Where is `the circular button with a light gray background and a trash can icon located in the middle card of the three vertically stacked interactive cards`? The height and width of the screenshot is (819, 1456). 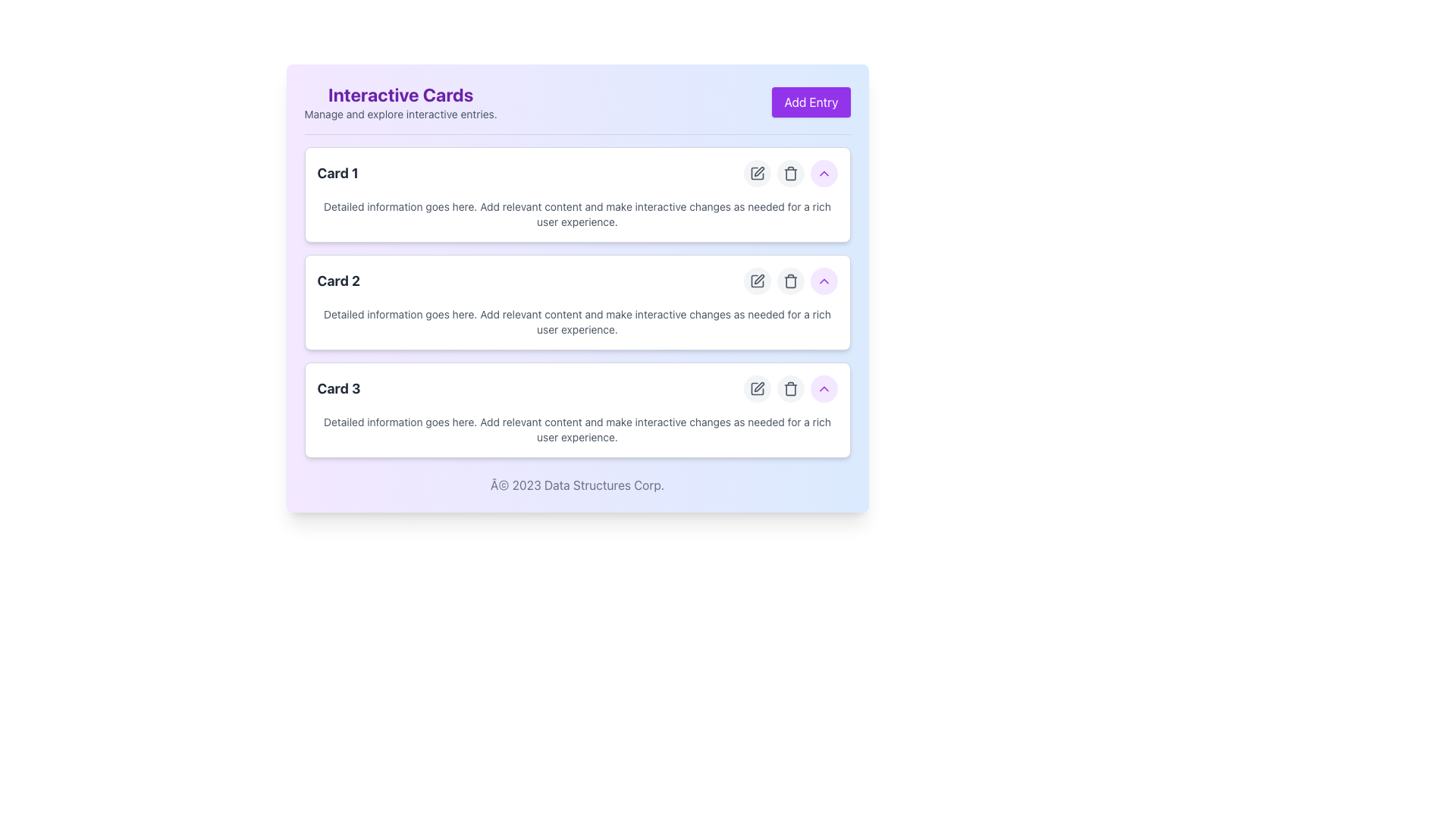
the circular button with a light gray background and a trash can icon located in the middle card of the three vertically stacked interactive cards is located at coordinates (789, 281).